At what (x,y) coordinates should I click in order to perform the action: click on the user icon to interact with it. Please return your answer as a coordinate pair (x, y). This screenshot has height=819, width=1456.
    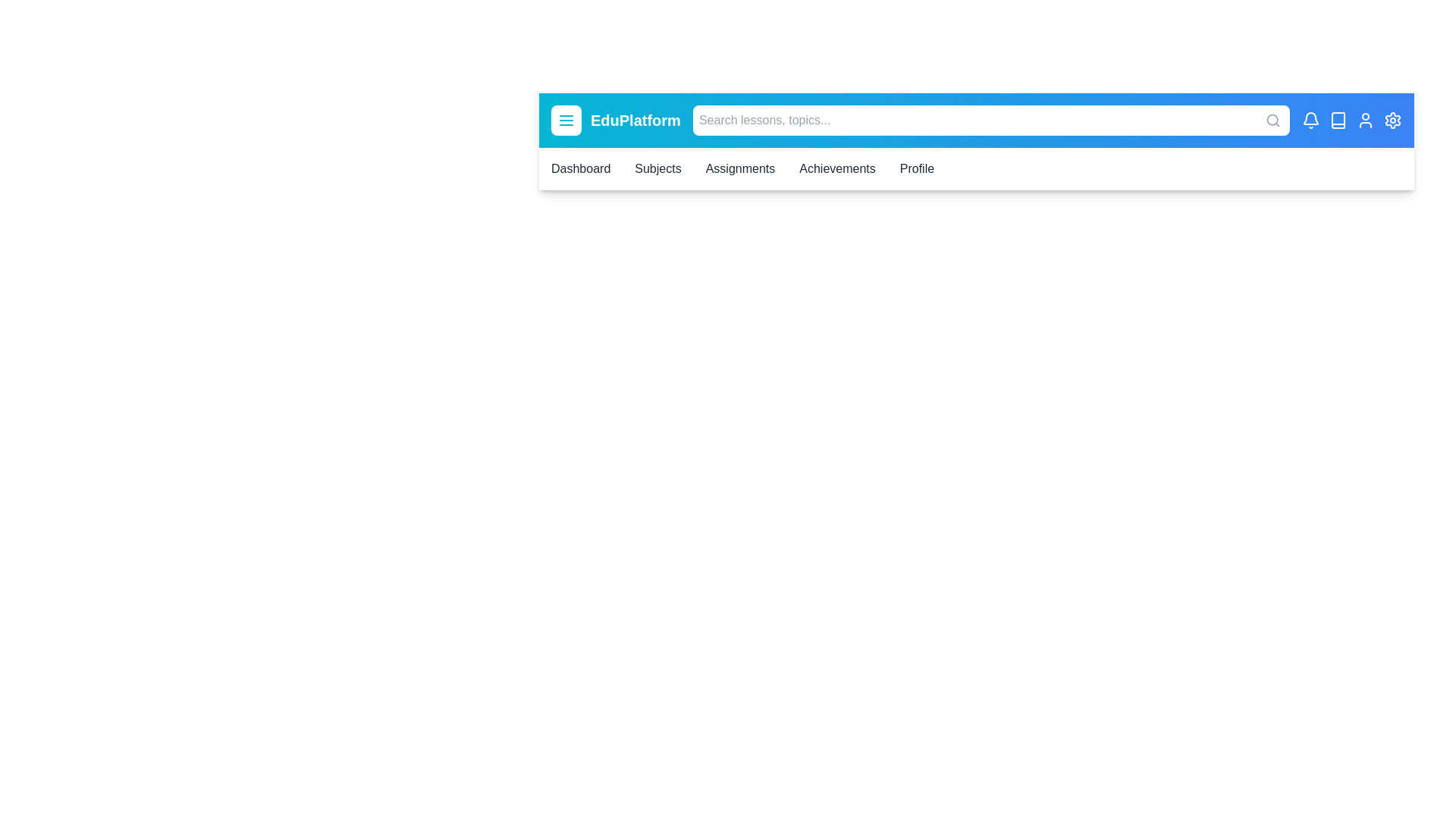
    Looking at the image, I should click on (1365, 119).